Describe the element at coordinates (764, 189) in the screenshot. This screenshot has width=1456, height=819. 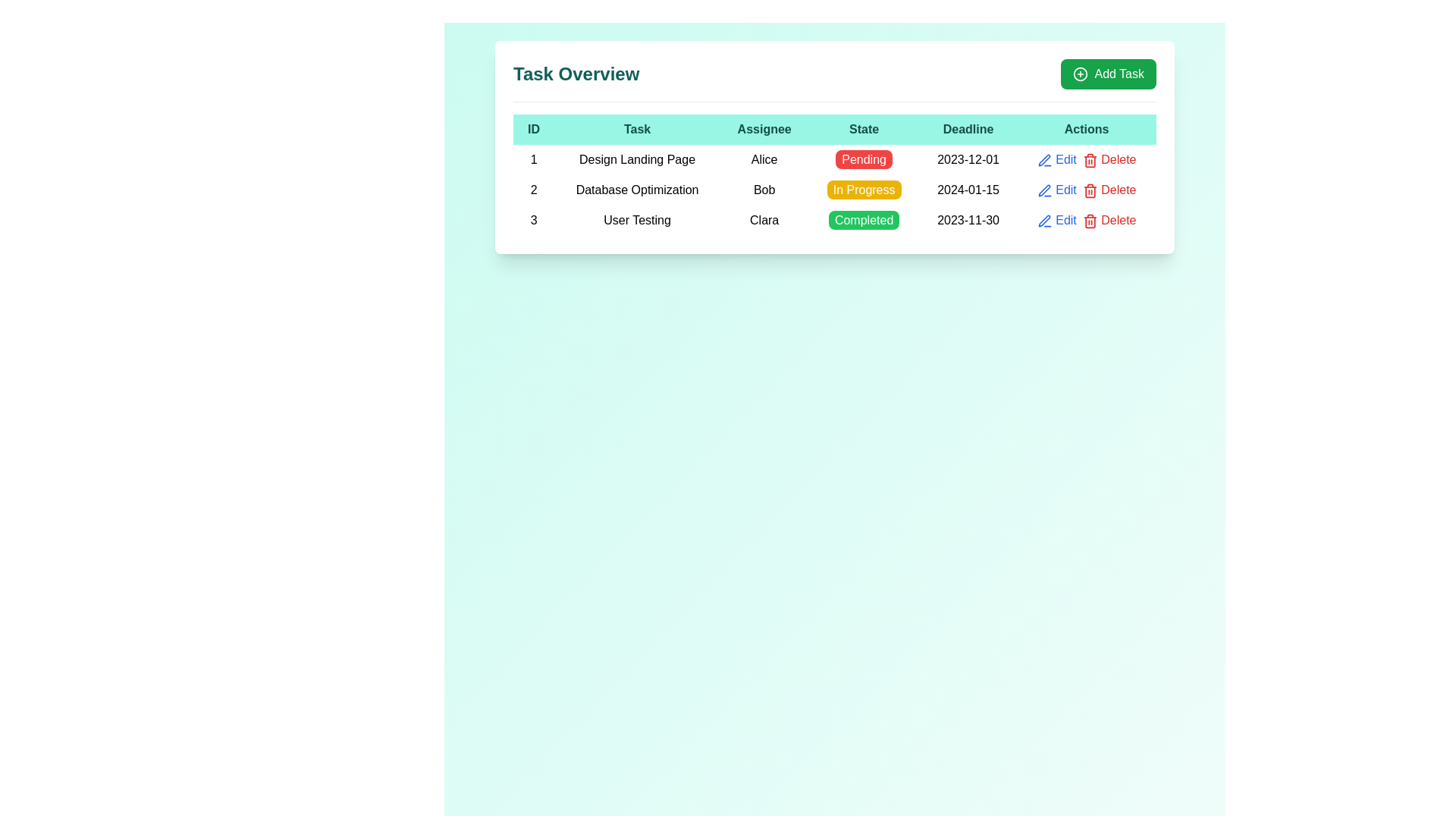
I see `the text label displaying the name 'Bob' in the 'Assignee' column of the task overview table` at that location.